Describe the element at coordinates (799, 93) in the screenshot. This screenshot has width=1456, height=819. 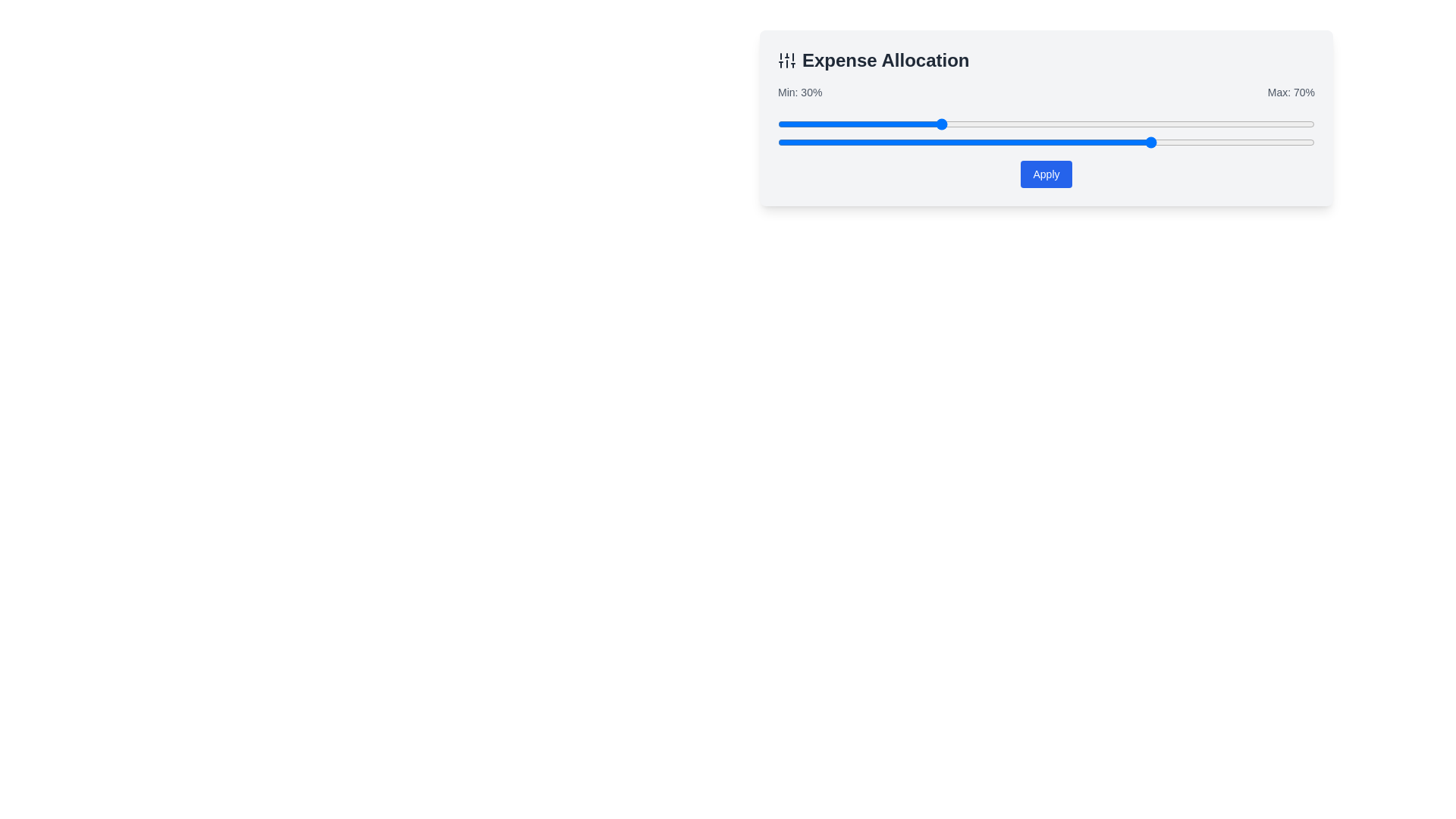
I see `the static text label that reads 'Min: 30%', which is styled in medium-weight gray typography and positioned directly above the slider component` at that location.